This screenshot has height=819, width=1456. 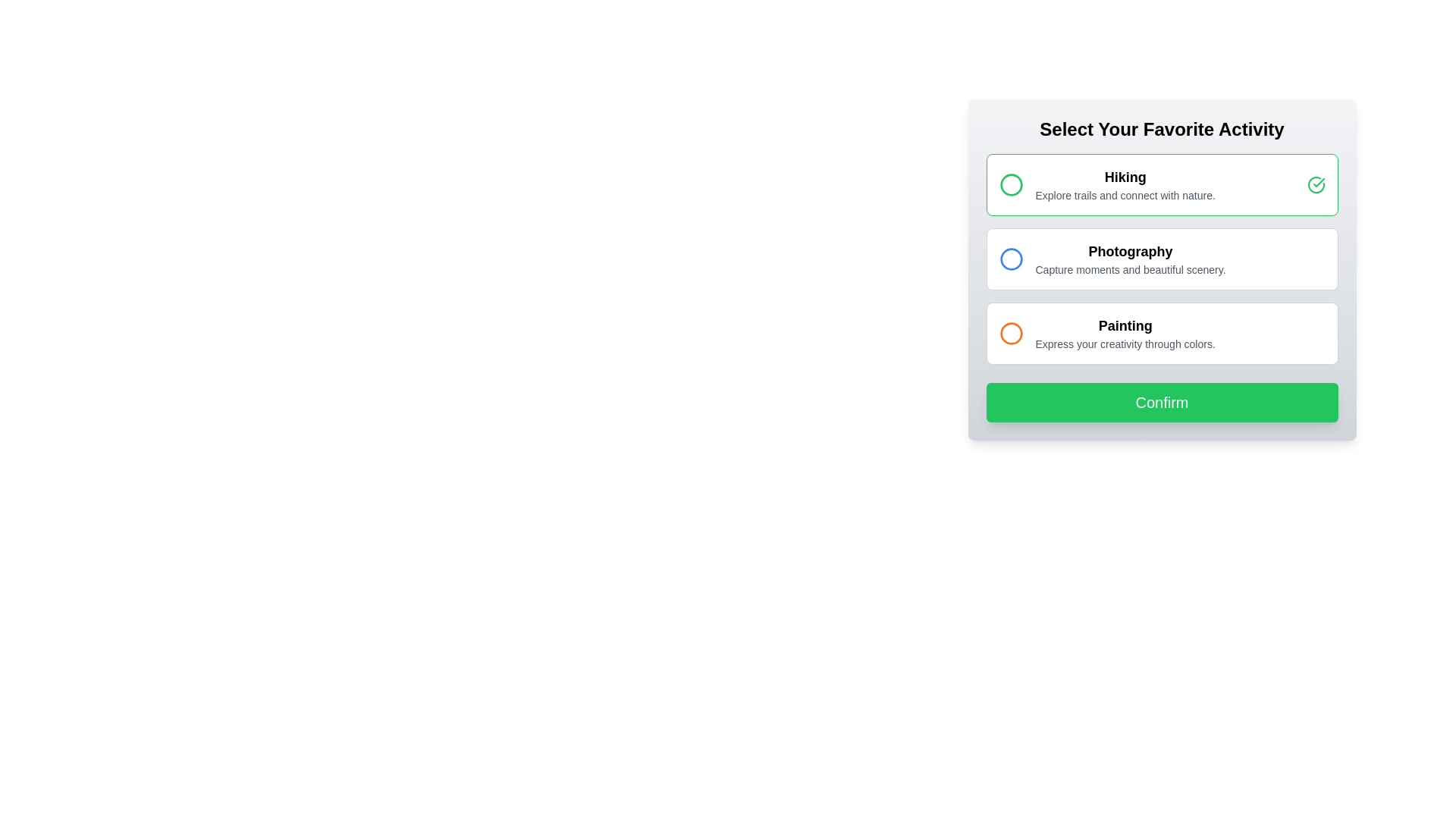 I want to click on the circular icon with an outlined orange stroke at the start of the 'Painting' option row, which is the third row in the vertical list of activity options, so click(x=1011, y=332).